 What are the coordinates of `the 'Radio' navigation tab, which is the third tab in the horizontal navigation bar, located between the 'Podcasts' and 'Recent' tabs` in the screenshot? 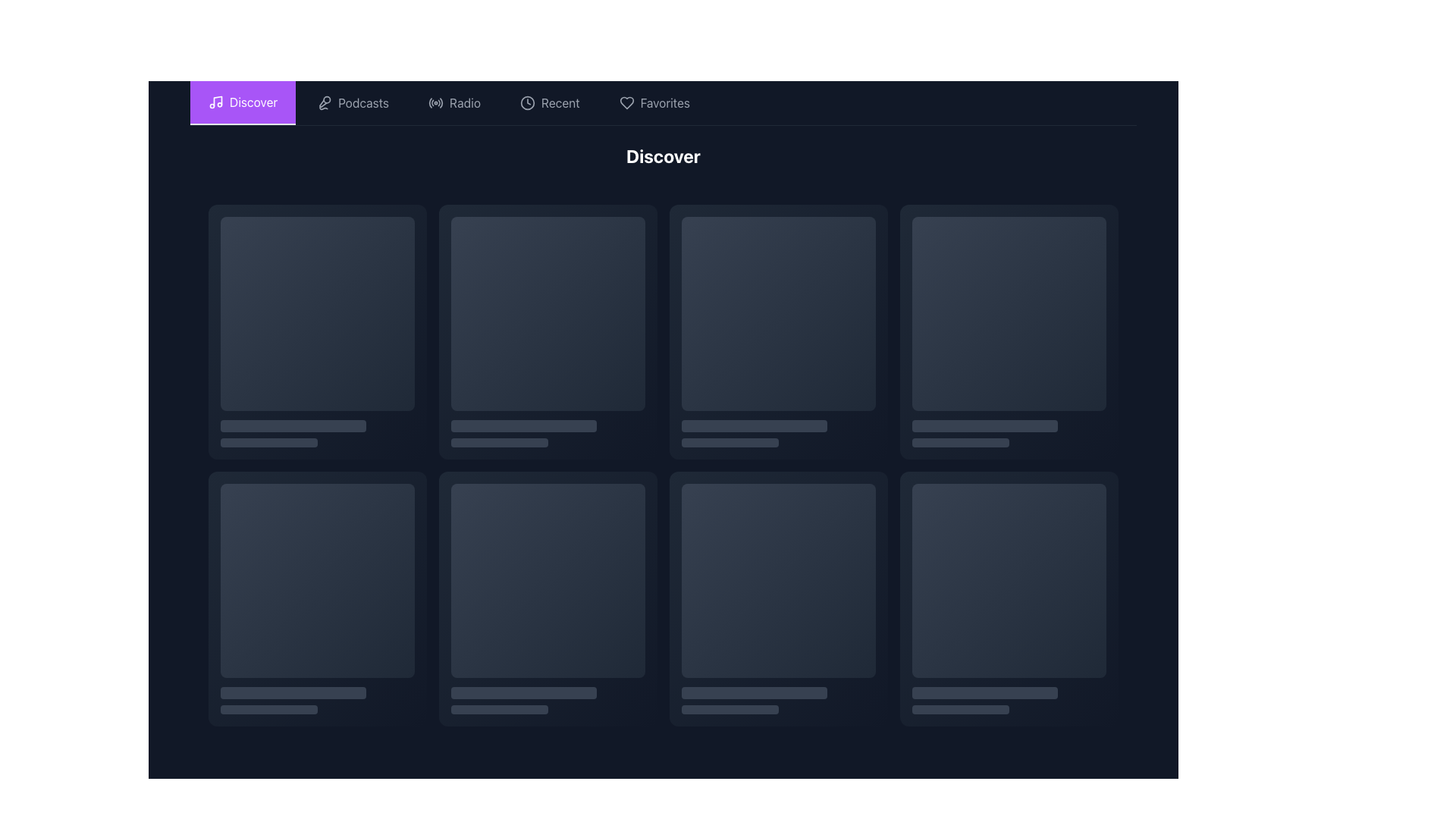 It's located at (453, 102).